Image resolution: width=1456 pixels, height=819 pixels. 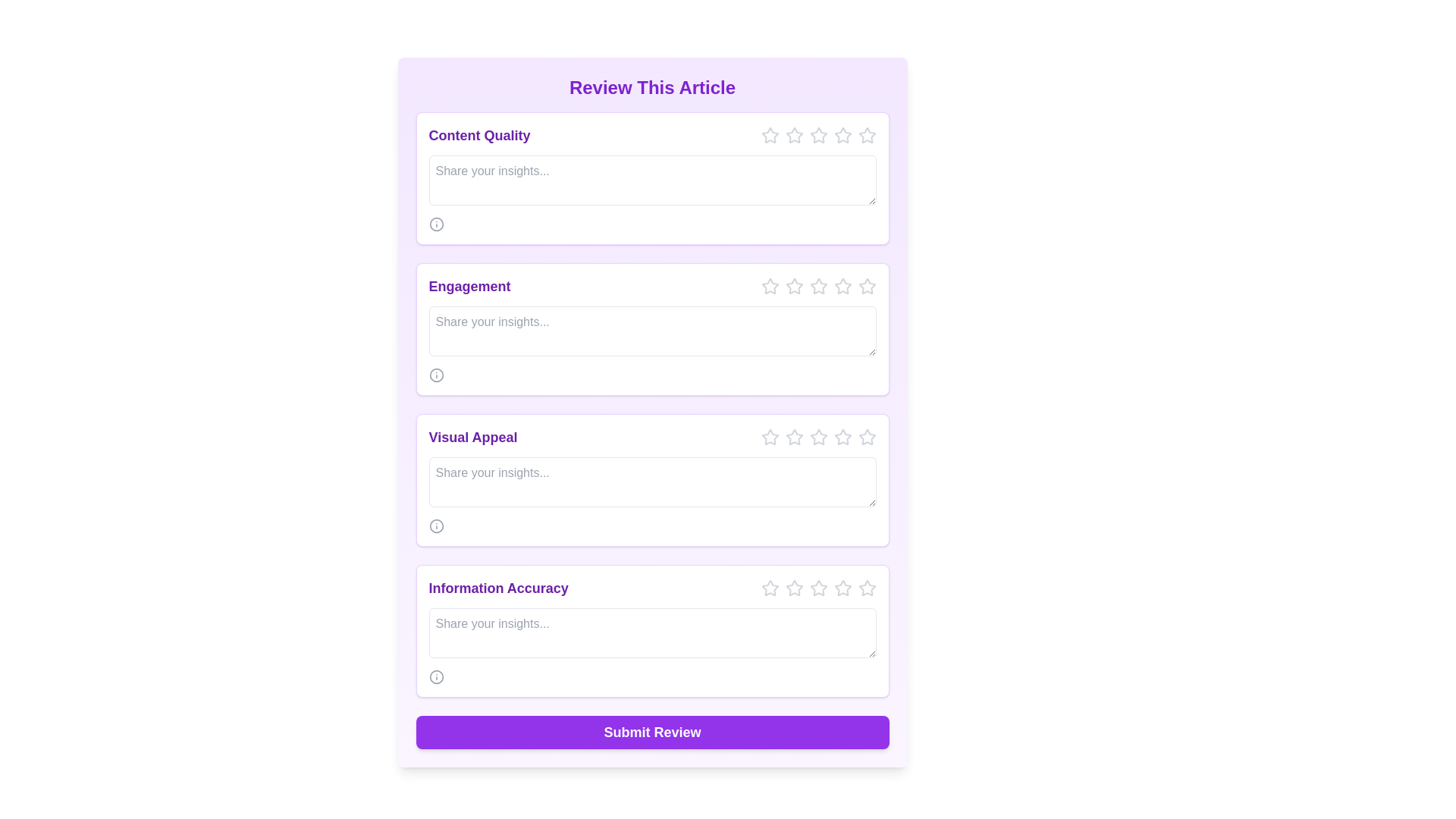 I want to click on the fifth star icon in the Engagement rating section, which is a gray star-shaped icon part of a horizontal group of six icons, so click(x=867, y=287).